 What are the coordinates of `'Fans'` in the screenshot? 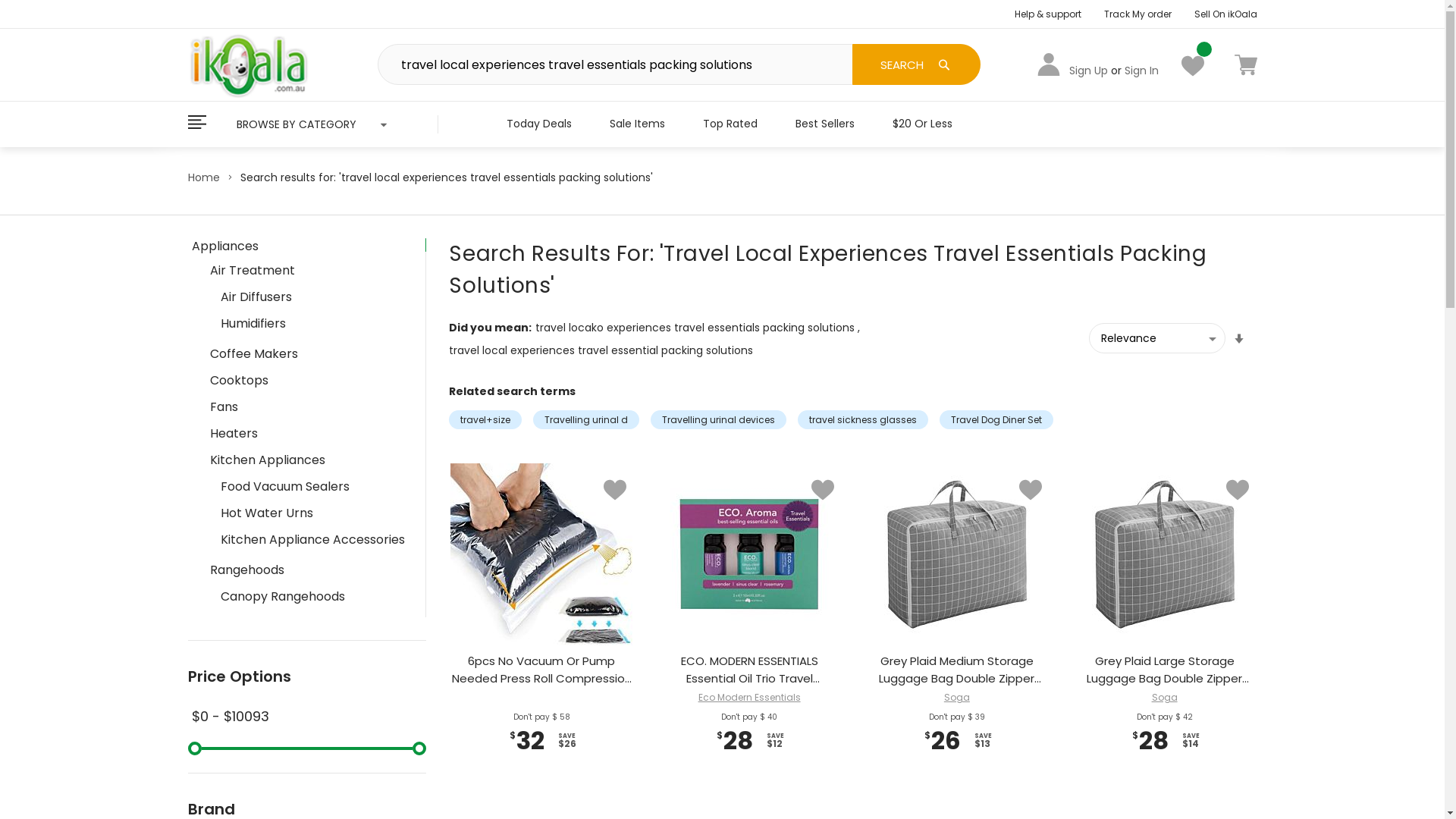 It's located at (309, 406).